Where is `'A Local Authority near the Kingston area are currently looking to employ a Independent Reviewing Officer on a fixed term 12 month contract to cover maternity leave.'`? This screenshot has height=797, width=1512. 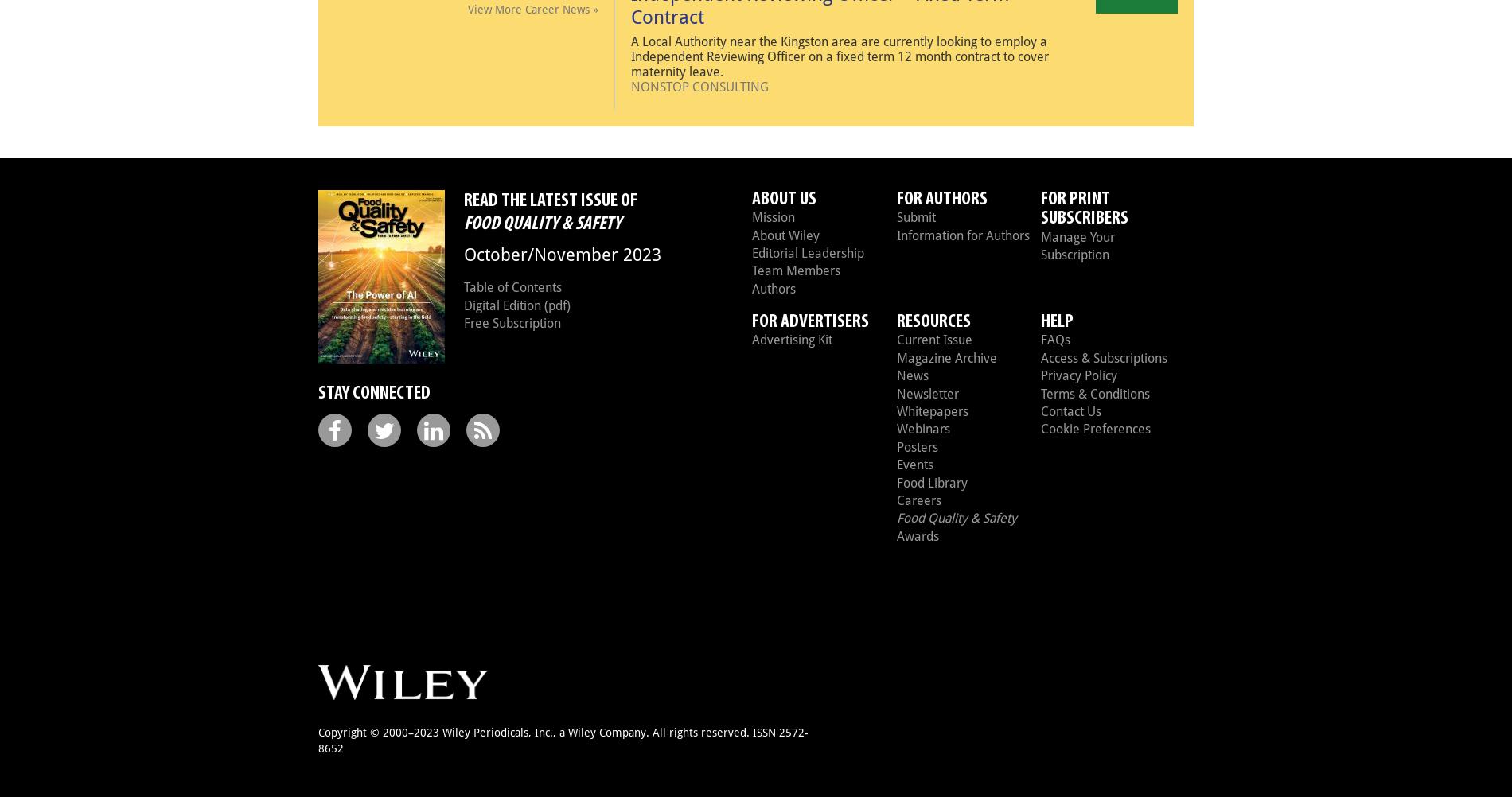
'A Local Authority near the Kingston area are currently looking to employ a Independent Reviewing Officer on a fixed term 12 month contract to cover maternity leave.' is located at coordinates (840, 56).